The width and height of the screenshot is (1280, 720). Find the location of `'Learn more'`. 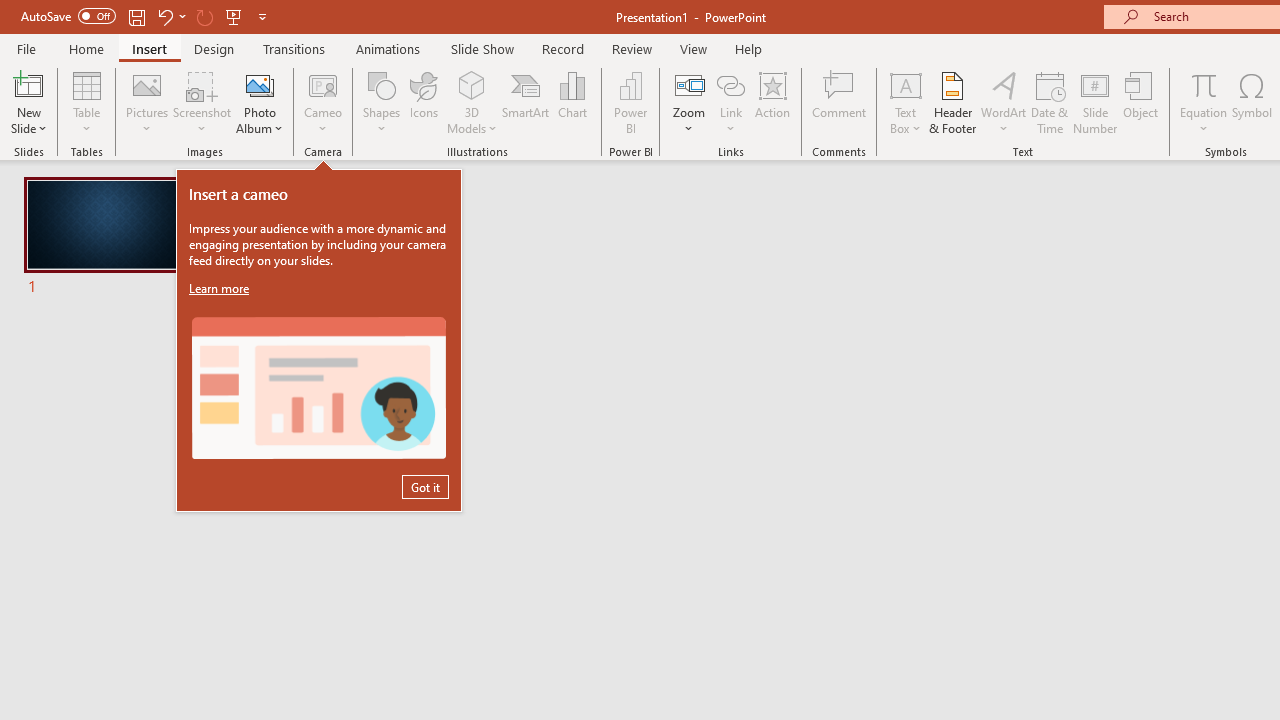

'Learn more' is located at coordinates (221, 288).